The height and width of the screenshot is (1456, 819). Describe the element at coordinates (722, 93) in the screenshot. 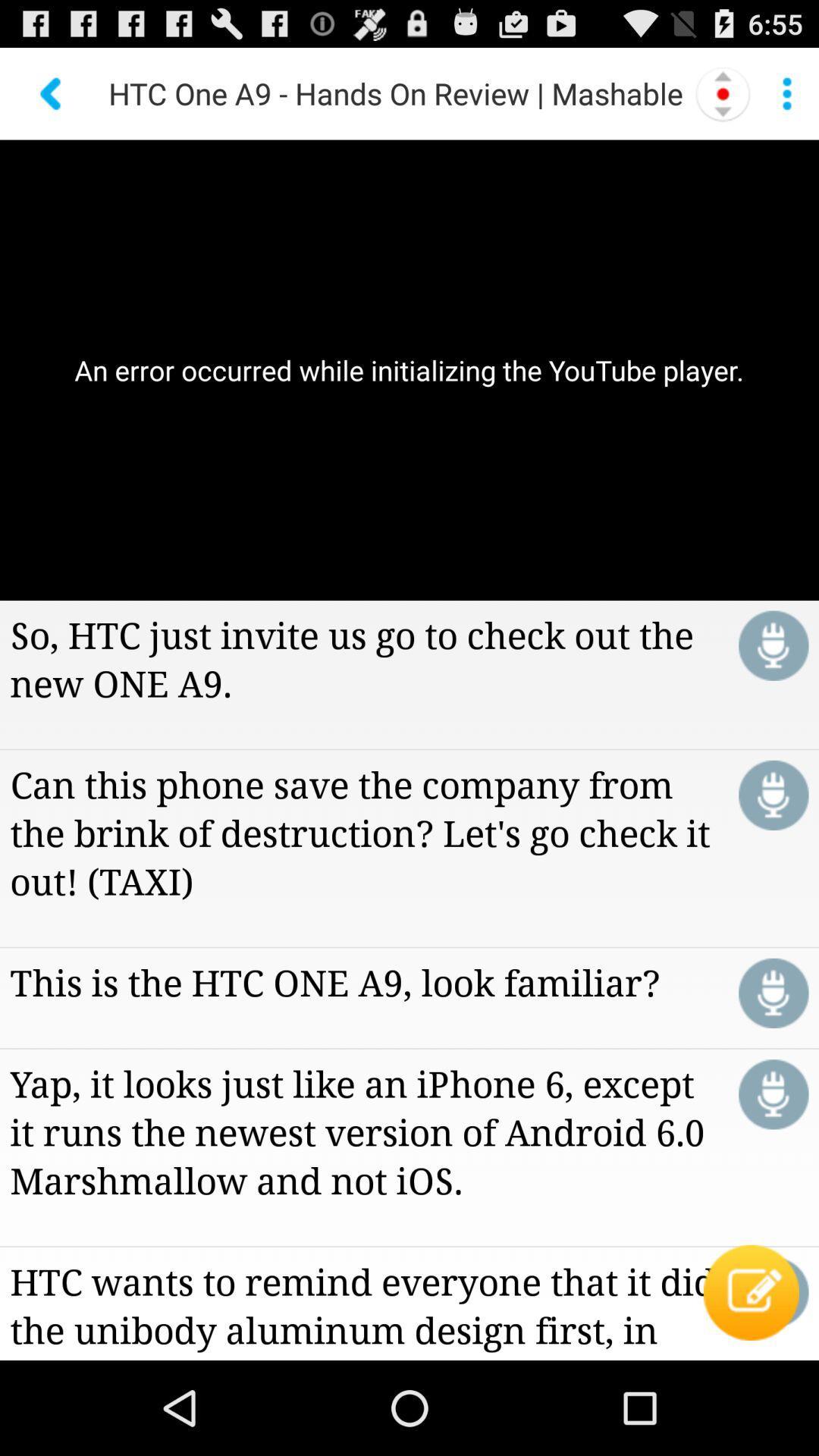

I see `the icon to the right of the htc one a9` at that location.